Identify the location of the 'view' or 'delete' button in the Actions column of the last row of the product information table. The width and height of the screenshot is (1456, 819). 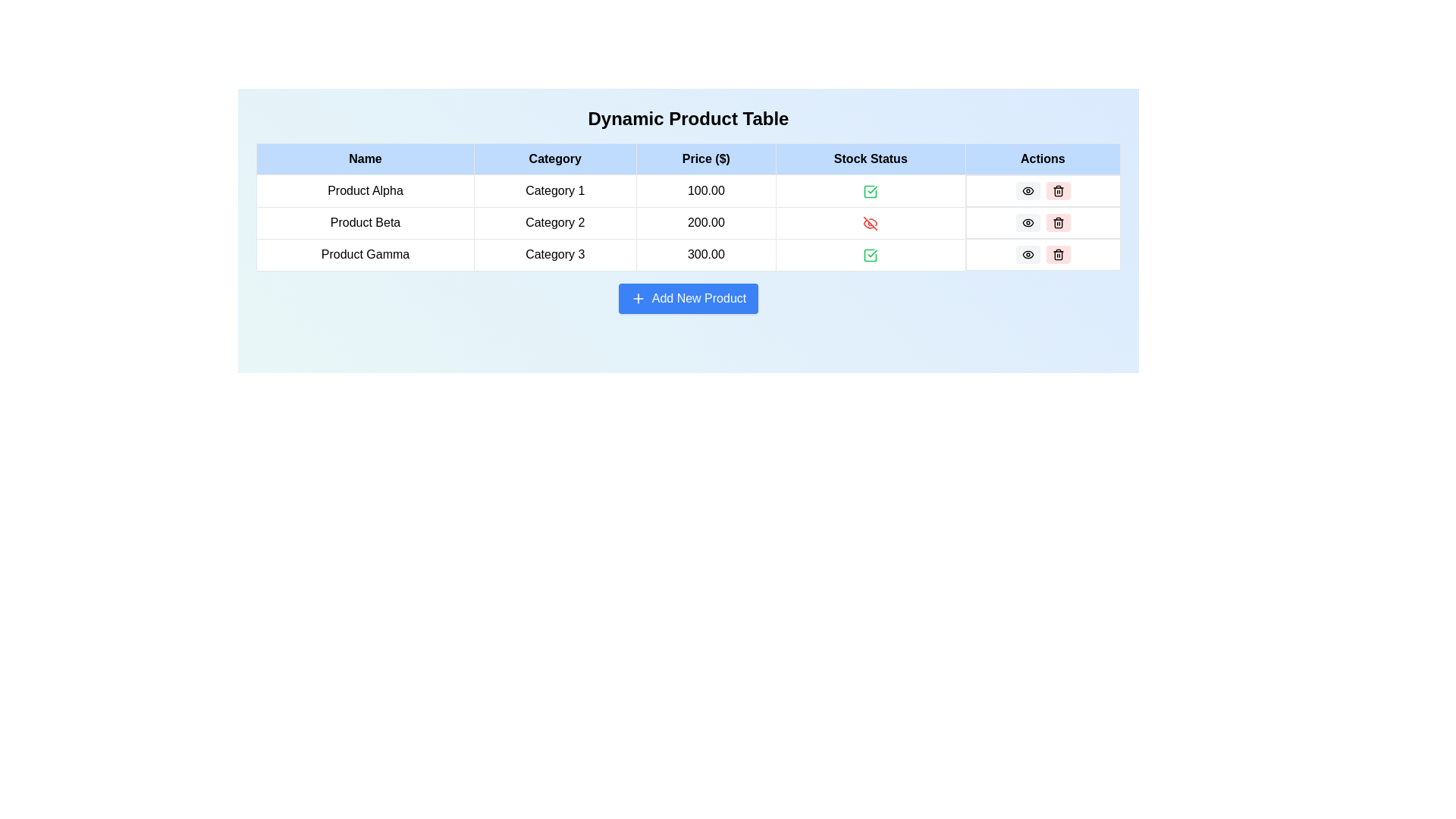
(1042, 253).